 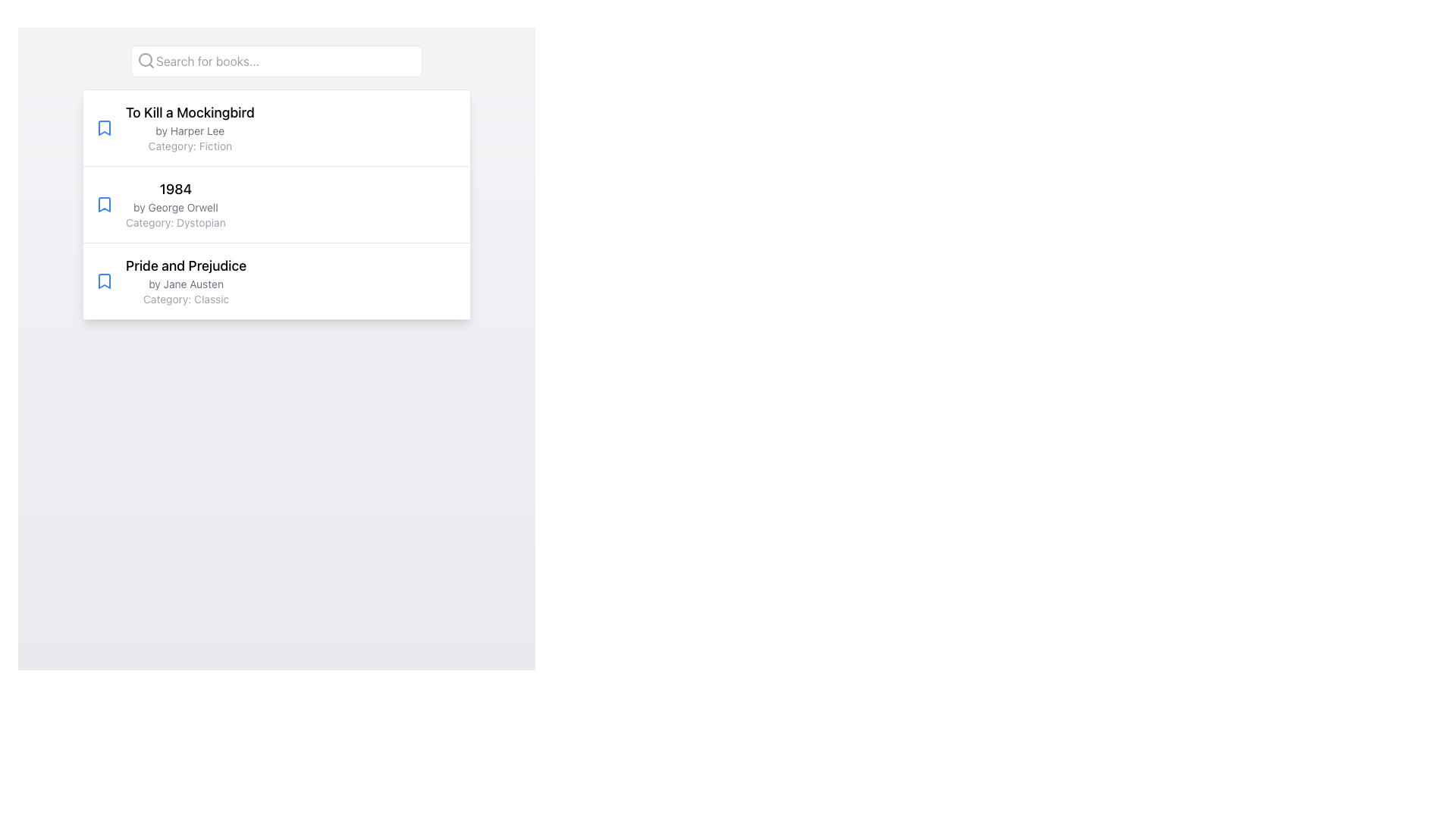 I want to click on information presented in the Text Content Group located within the white card, specifically the third entry detailing a book's title, author, and category, so click(x=185, y=281).